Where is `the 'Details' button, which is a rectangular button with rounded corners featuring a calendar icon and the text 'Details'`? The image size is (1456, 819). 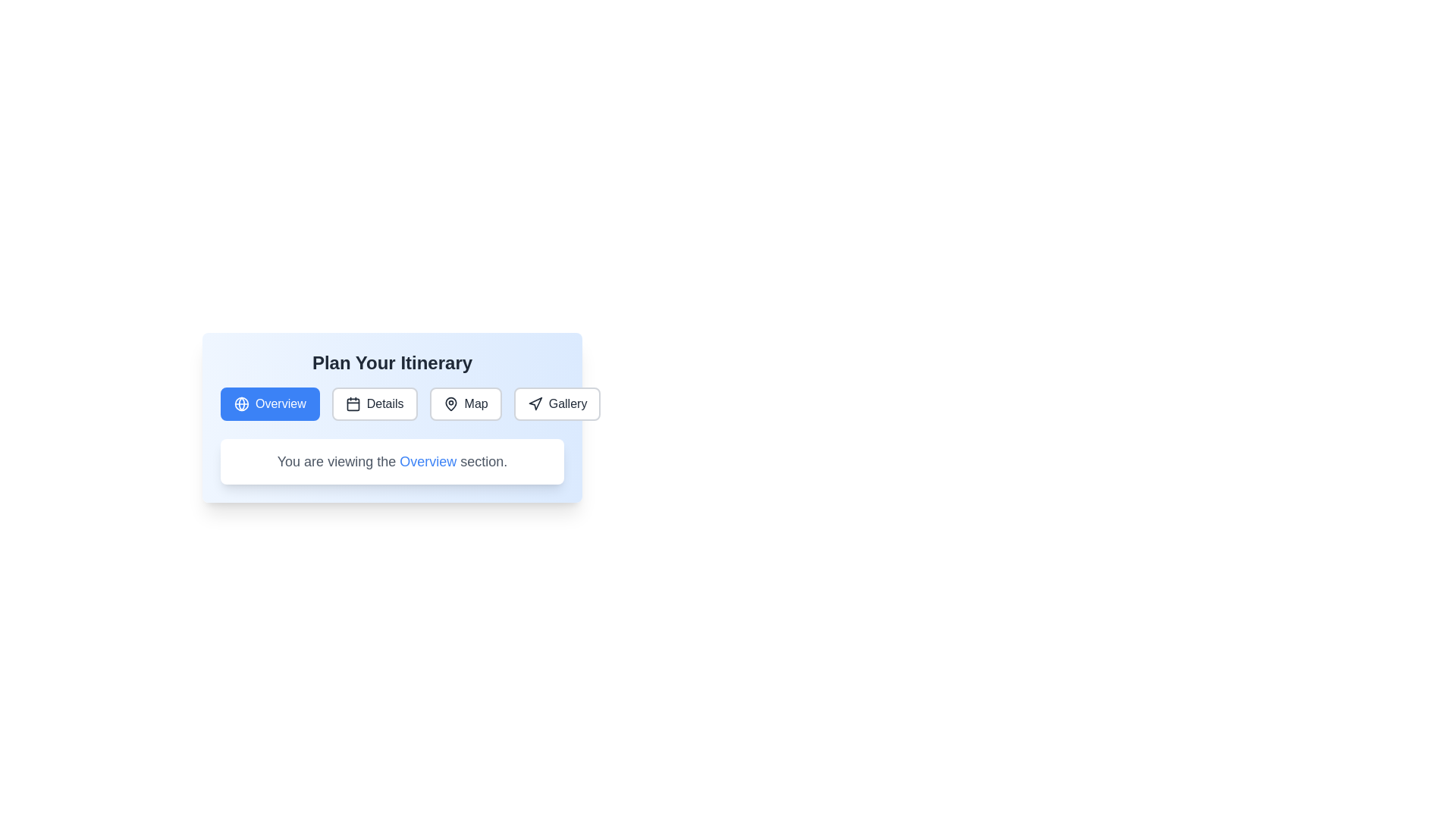 the 'Details' button, which is a rectangular button with rounded corners featuring a calendar icon and the text 'Details' is located at coordinates (375, 403).